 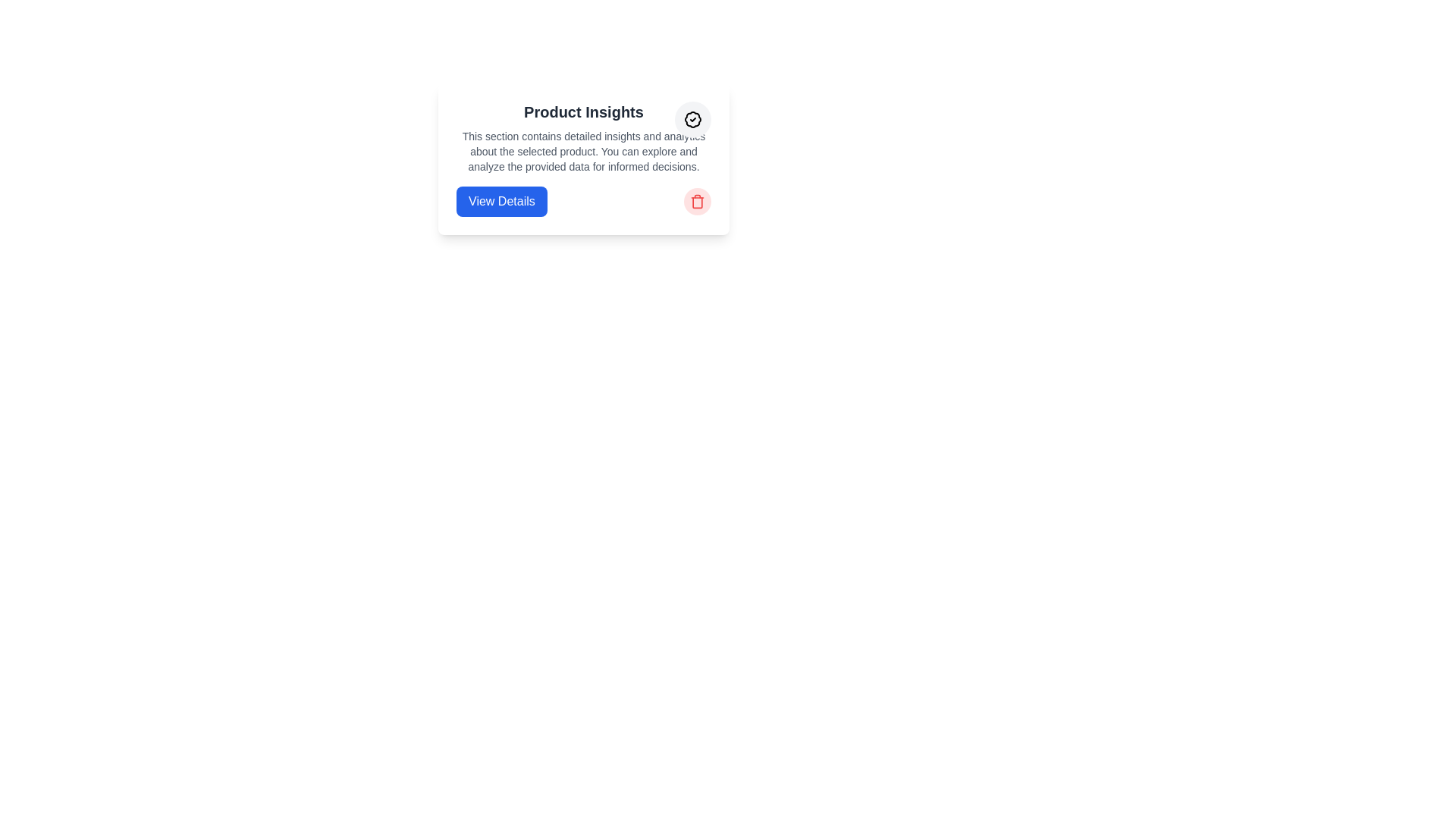 I want to click on the circular icon with a blue checkmark badge located in the top-right corner of the 'Product Insights' card, so click(x=692, y=119).